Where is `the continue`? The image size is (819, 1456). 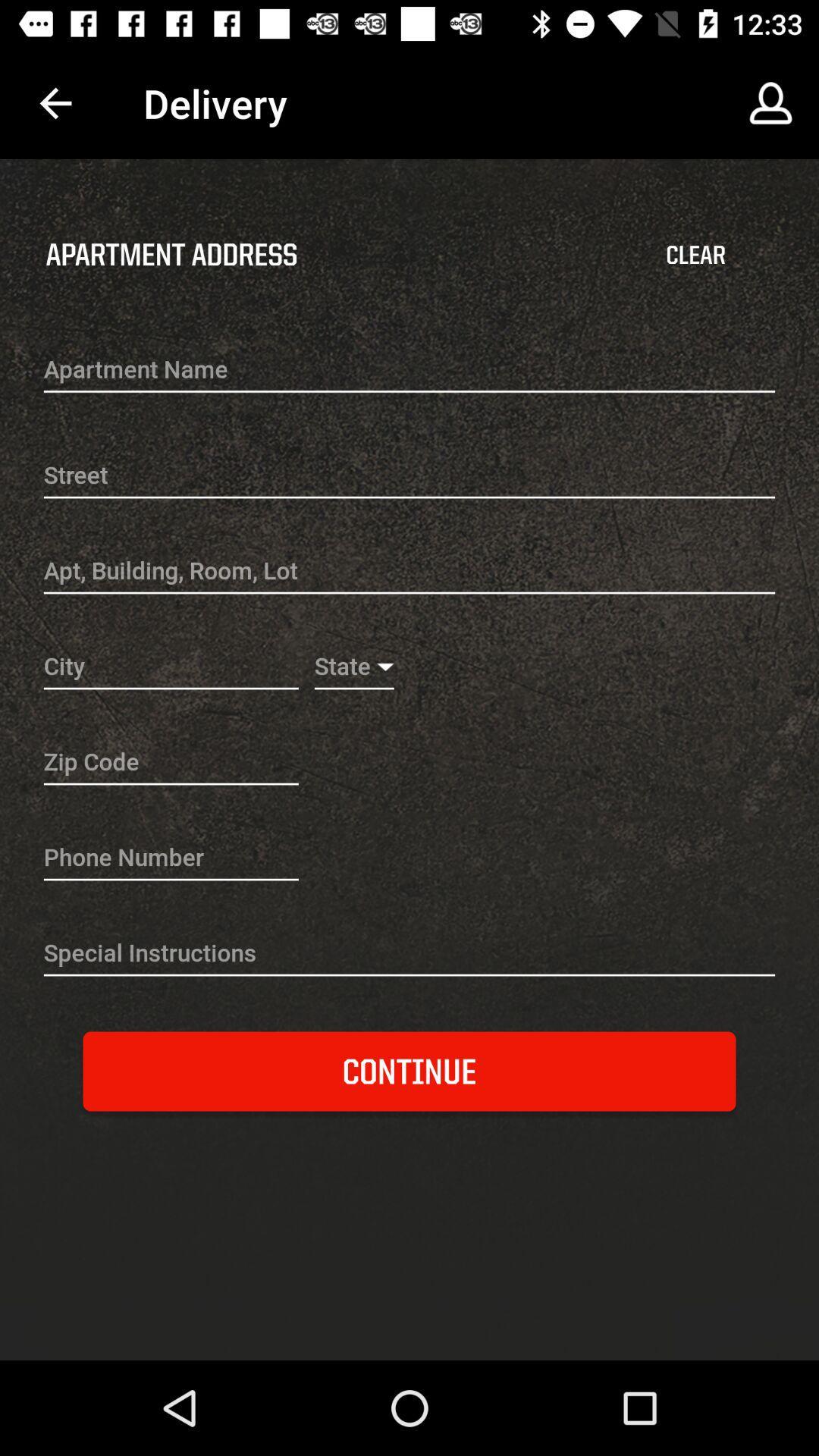
the continue is located at coordinates (409, 1070).